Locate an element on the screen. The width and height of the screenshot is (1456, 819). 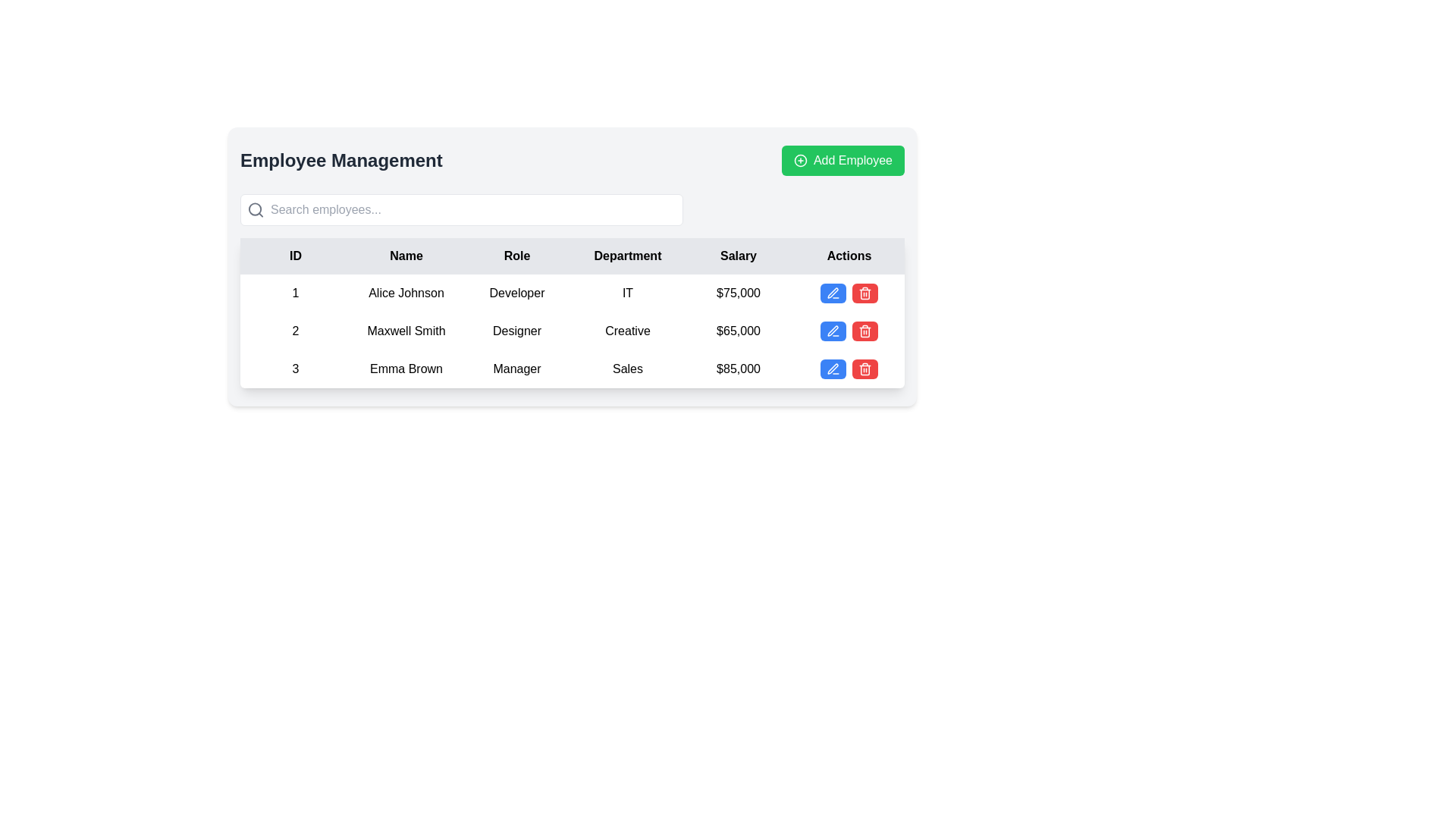
the Table Header Cell labeled 'ID', which is the first column's header in a gray rectangular cell at the top of the table is located at coordinates (295, 256).